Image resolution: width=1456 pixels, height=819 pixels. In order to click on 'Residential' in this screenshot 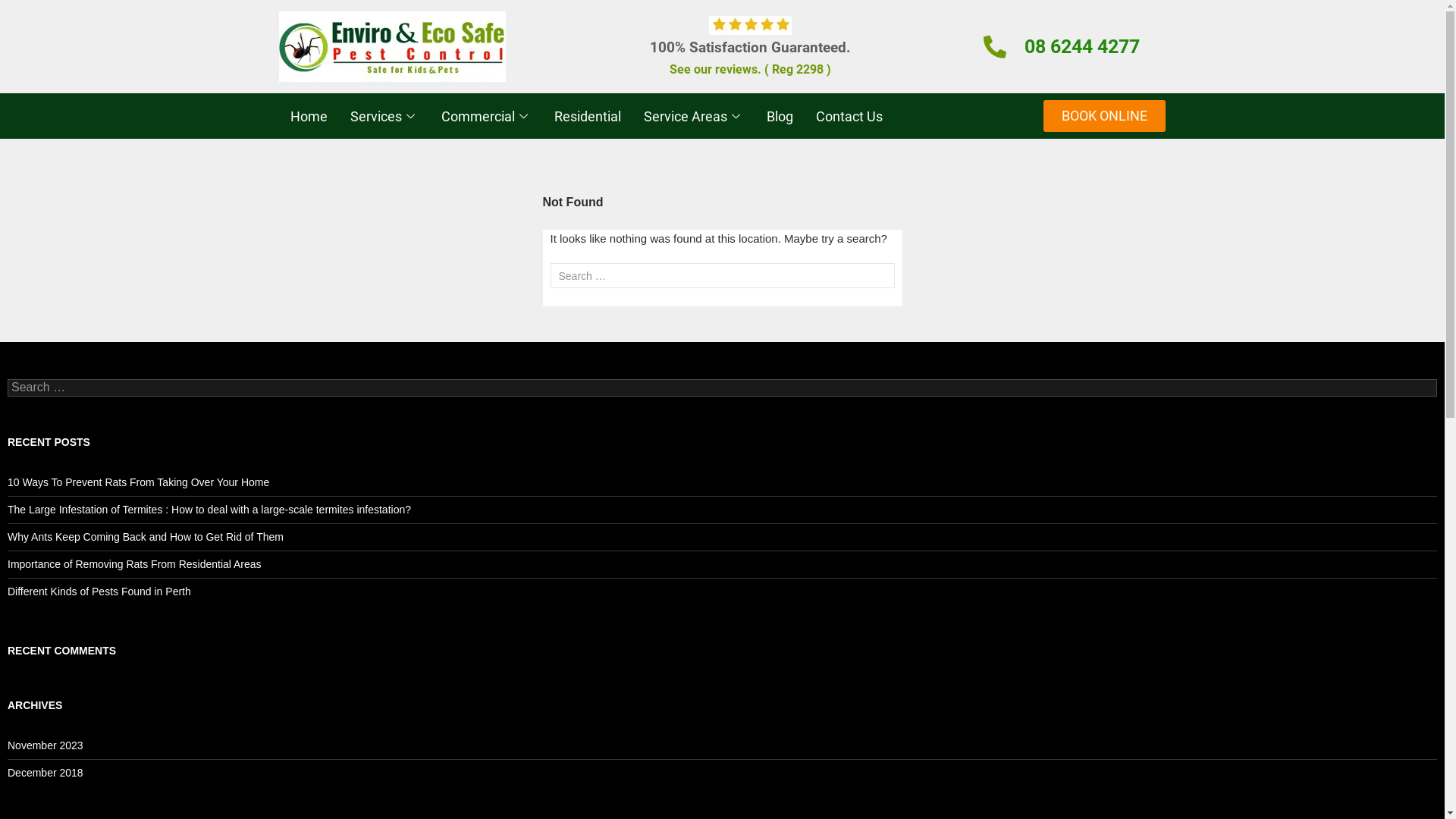, I will do `click(586, 115)`.